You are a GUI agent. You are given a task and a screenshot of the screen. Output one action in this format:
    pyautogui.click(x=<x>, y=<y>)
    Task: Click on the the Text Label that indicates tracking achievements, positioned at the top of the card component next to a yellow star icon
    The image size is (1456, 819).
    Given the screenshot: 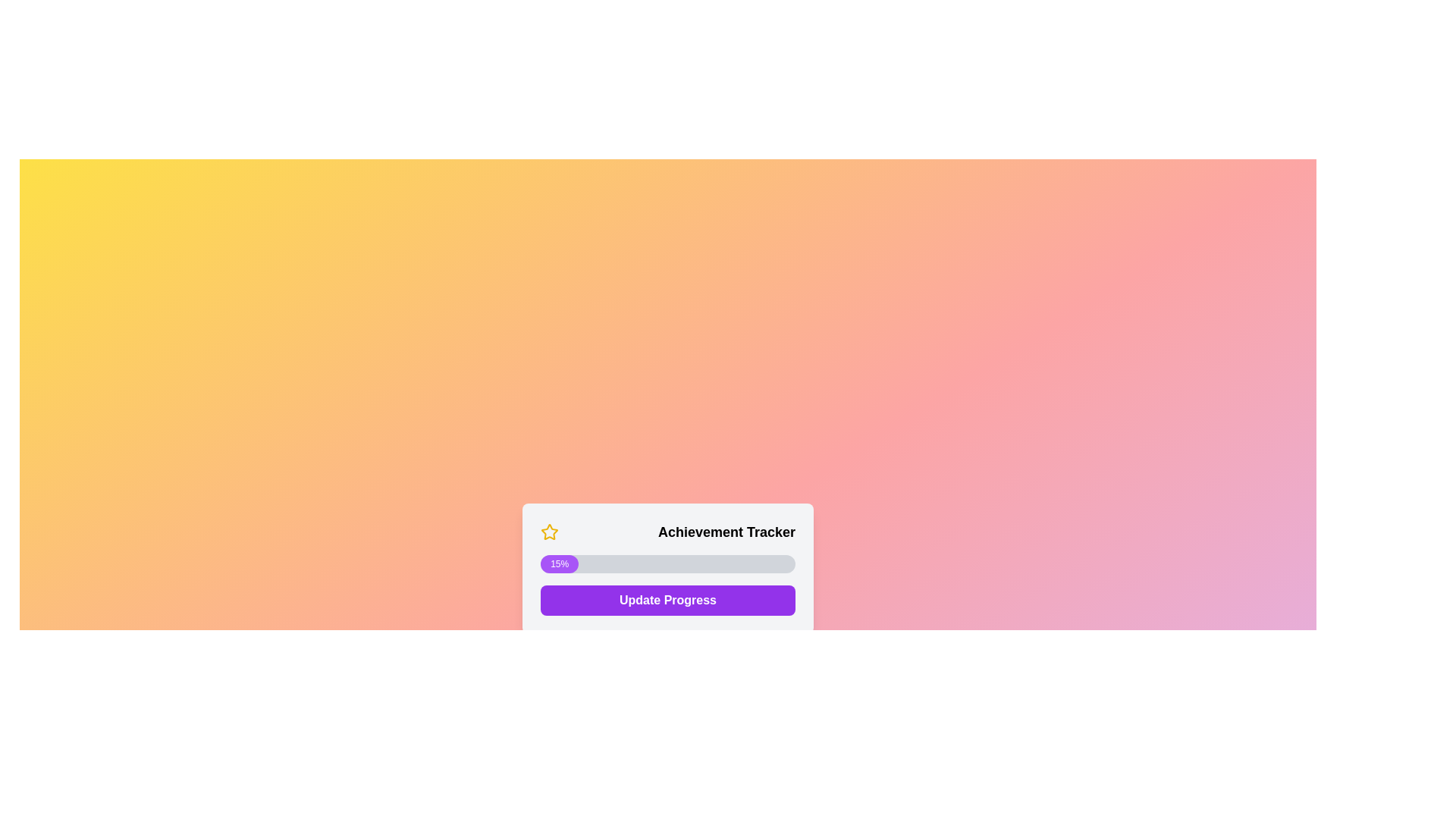 What is the action you would take?
    pyautogui.click(x=667, y=532)
    